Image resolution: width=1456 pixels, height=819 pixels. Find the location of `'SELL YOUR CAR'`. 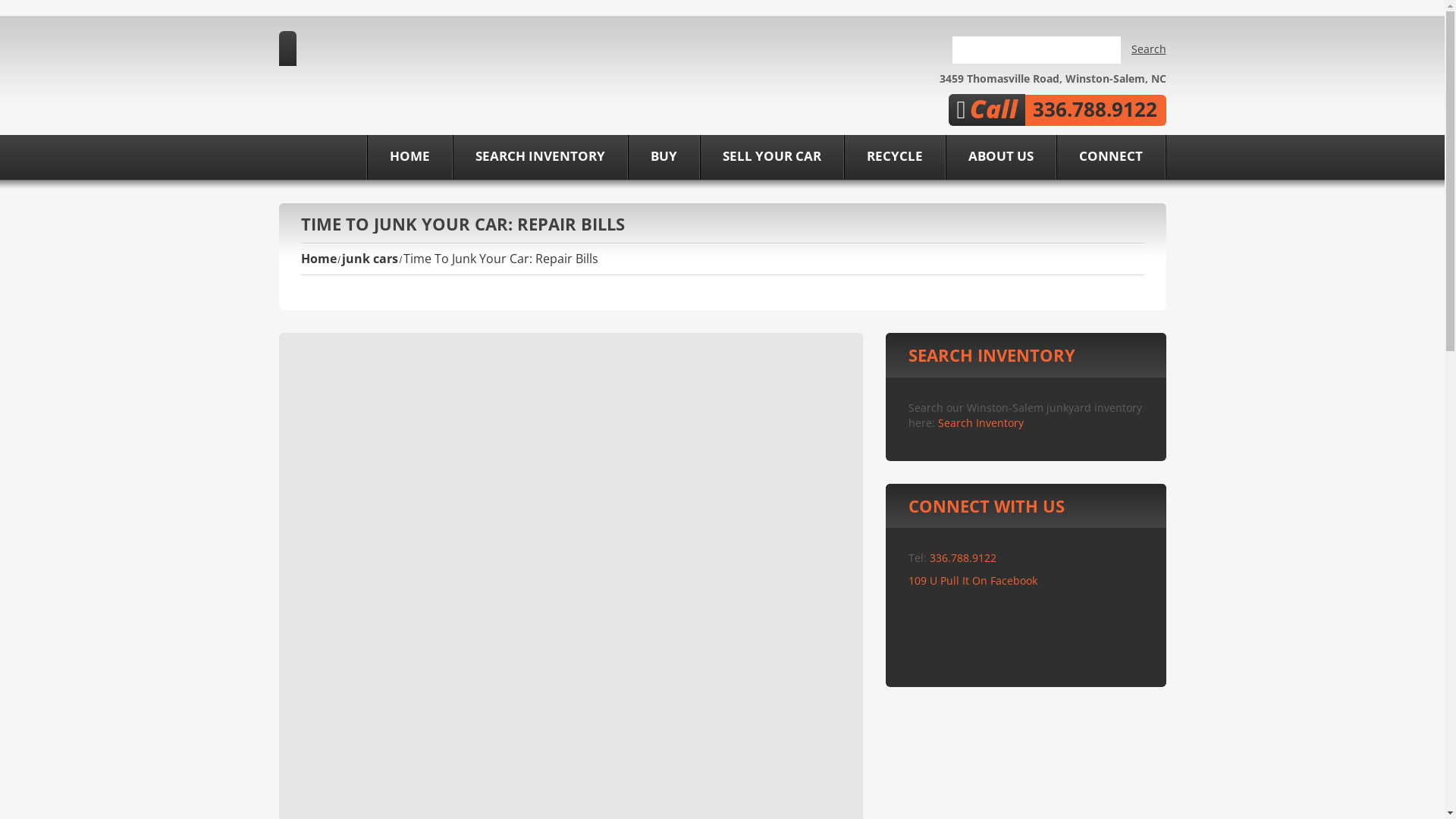

'SELL YOUR CAR' is located at coordinates (771, 157).